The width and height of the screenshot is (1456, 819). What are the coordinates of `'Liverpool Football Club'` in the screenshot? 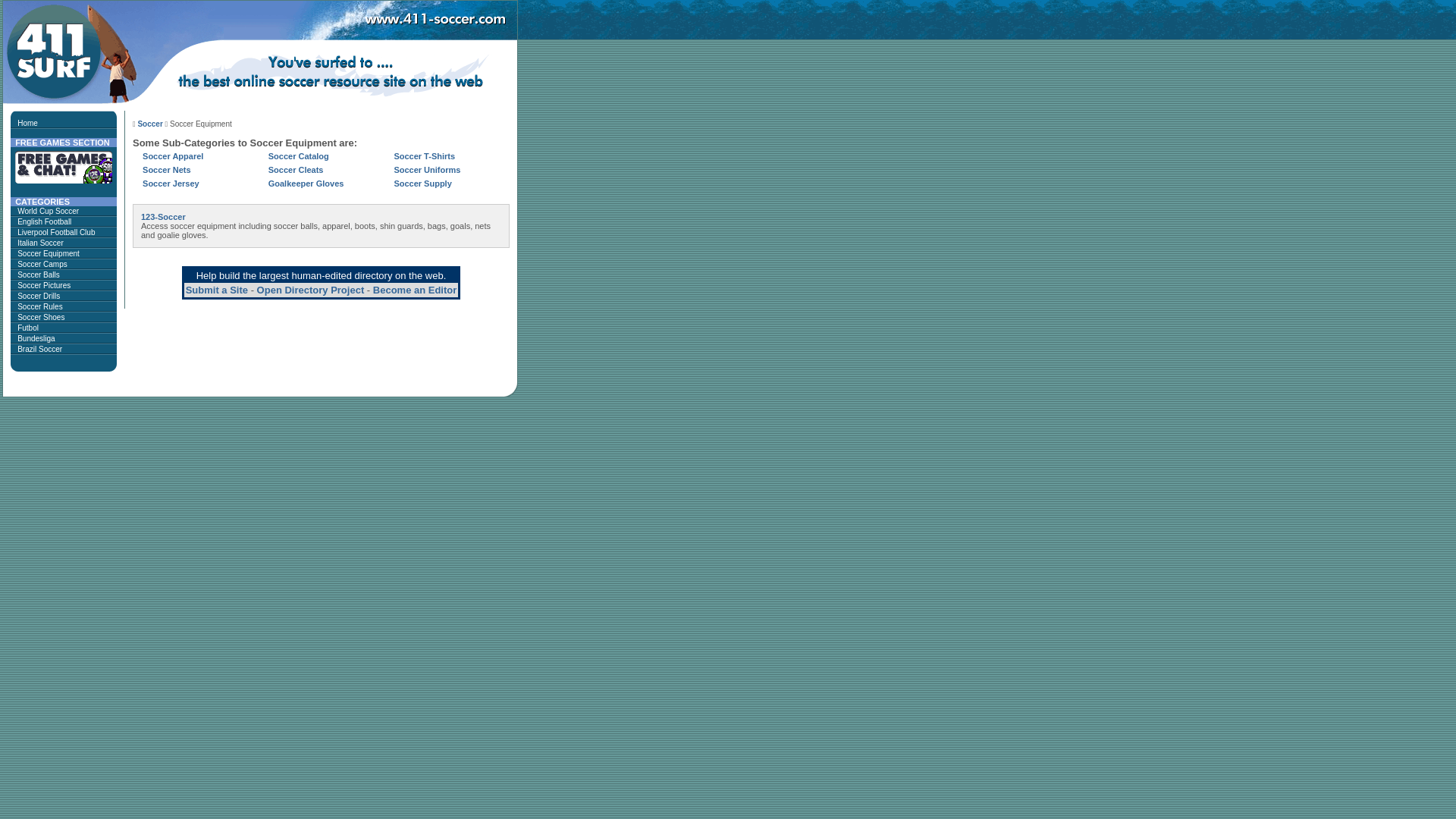 It's located at (55, 232).